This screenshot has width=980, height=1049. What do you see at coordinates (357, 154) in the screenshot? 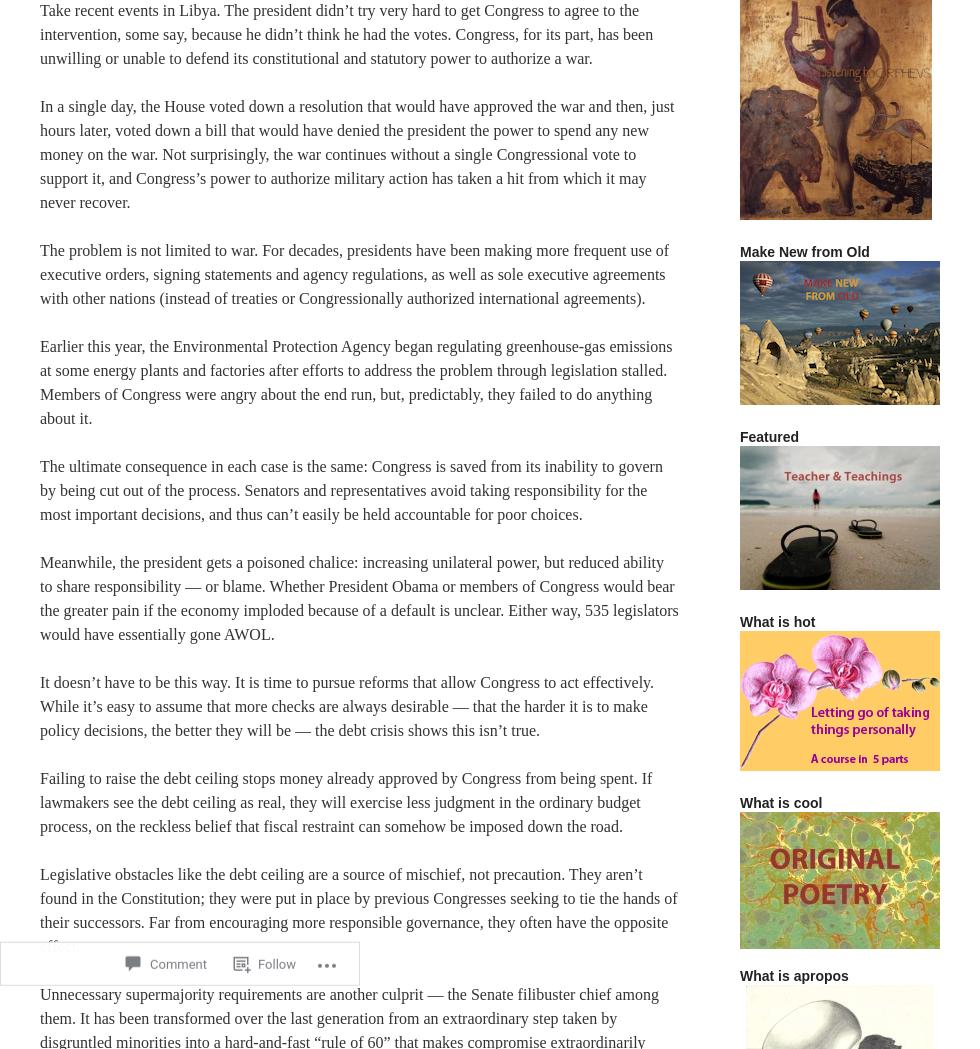
I see `'In a single day, the House voted down a resolution that would have approved the war and then, just hours later, voted down a bill that would have denied the president the power to spend any new money on the war. Not surprisingly, the war continues without a single Congressional vote to support it, and Congress’s power to authorize military action has taken a hit from which it may never recover.'` at bounding box center [357, 154].